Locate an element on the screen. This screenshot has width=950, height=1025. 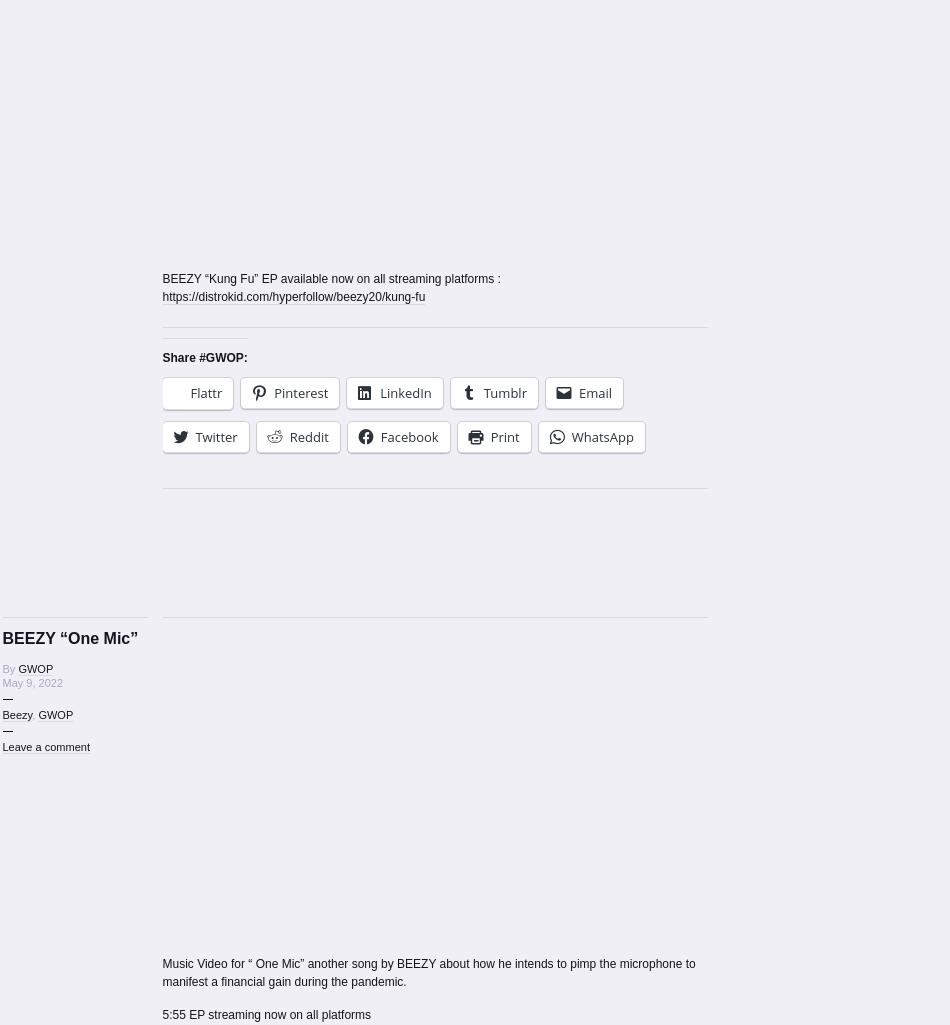
'Twitter' is located at coordinates (216, 435).